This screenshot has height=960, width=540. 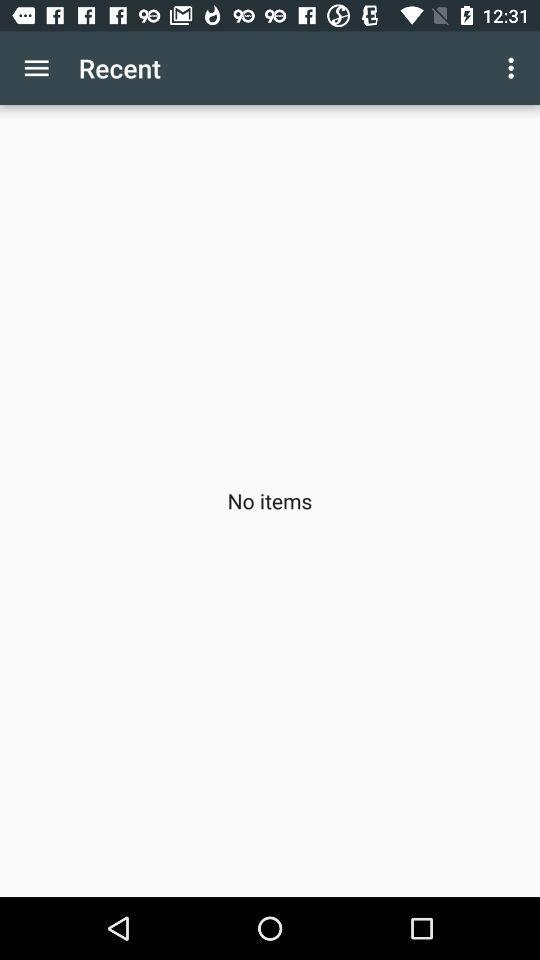 I want to click on icon at the top right corner, so click(x=513, y=68).